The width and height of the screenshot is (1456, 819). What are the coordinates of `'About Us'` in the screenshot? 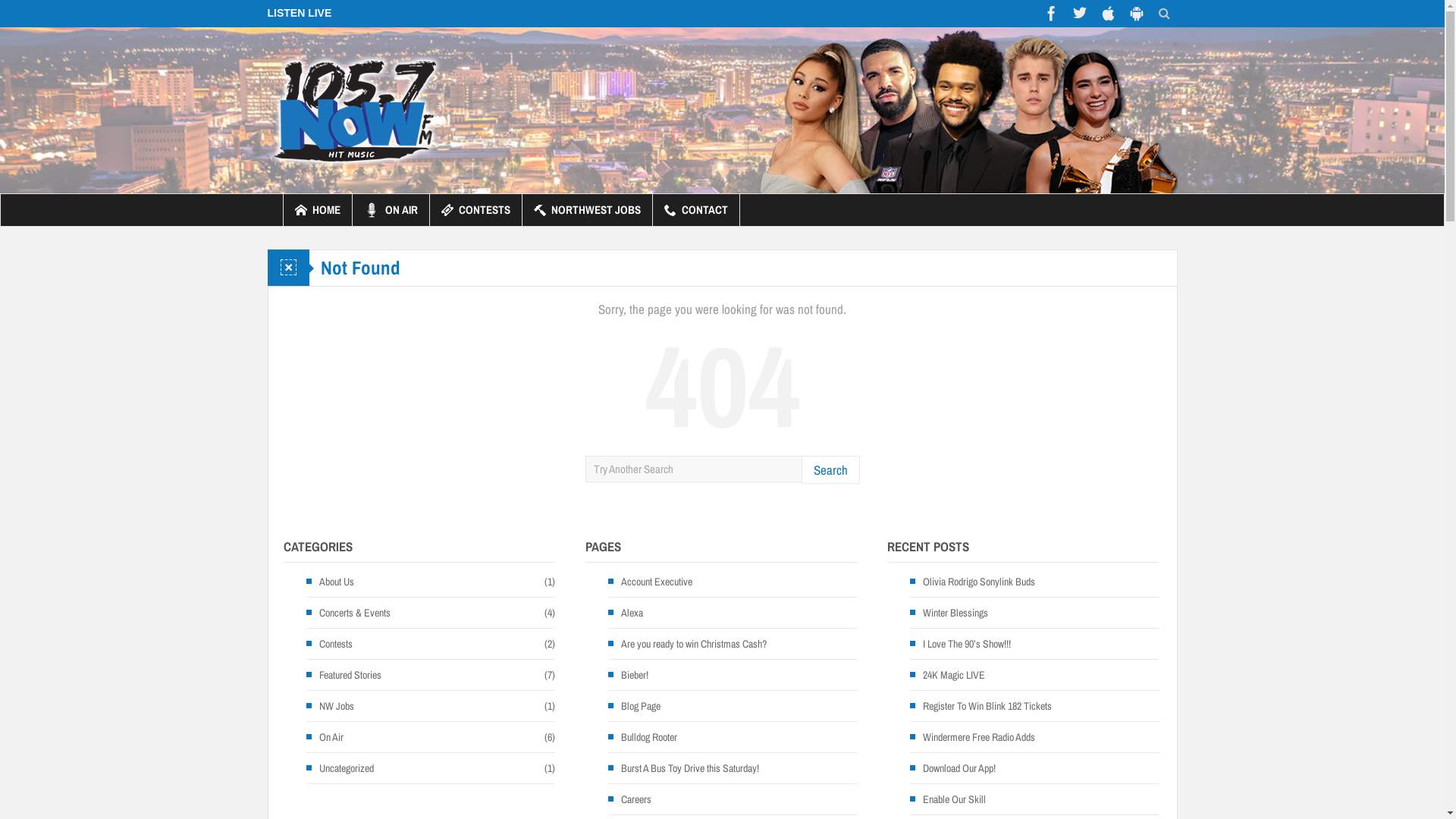 It's located at (329, 581).